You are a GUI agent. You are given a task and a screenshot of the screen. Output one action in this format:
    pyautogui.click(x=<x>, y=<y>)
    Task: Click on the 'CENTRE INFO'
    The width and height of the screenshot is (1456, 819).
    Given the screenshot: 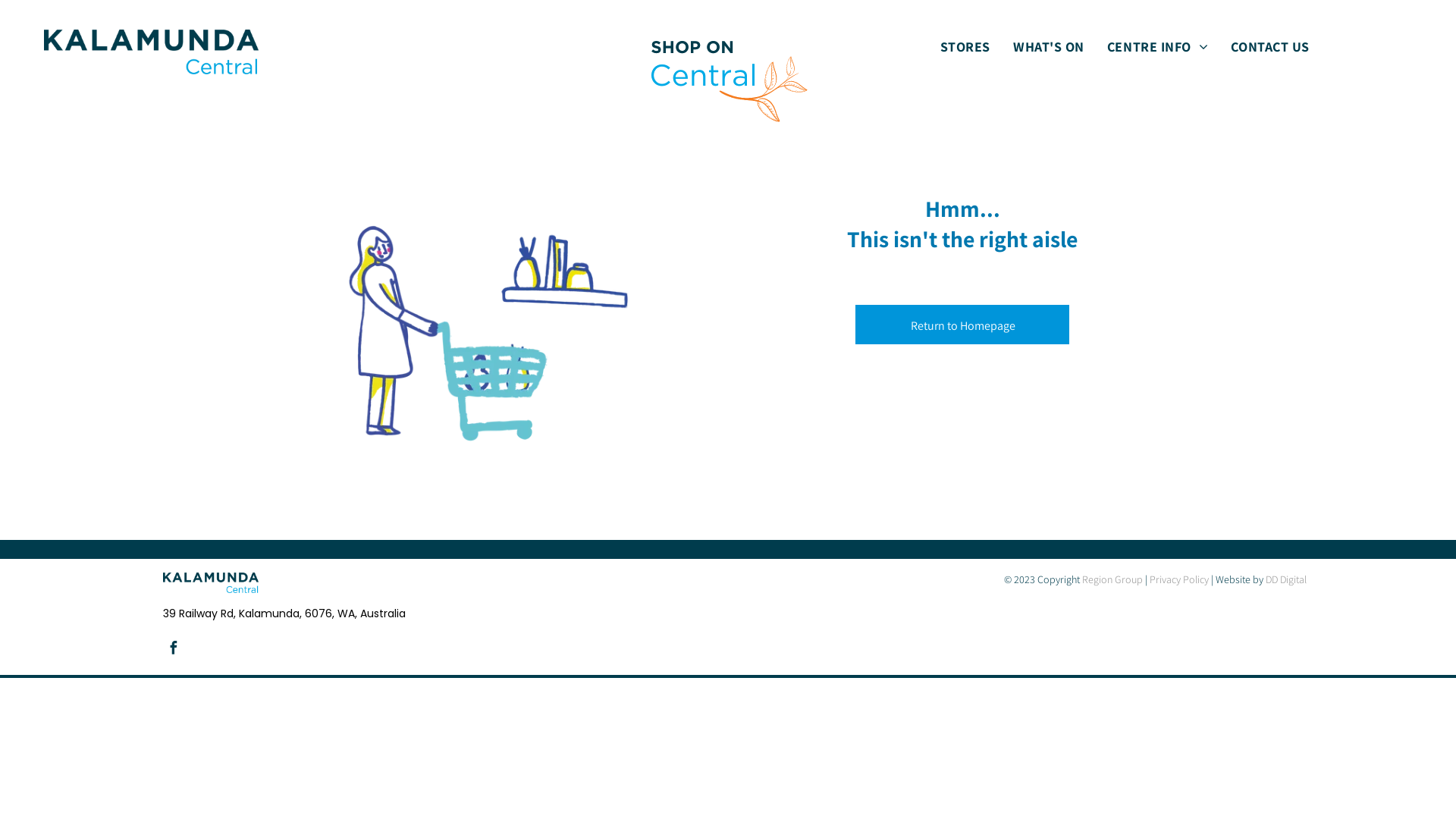 What is the action you would take?
    pyautogui.click(x=1156, y=45)
    